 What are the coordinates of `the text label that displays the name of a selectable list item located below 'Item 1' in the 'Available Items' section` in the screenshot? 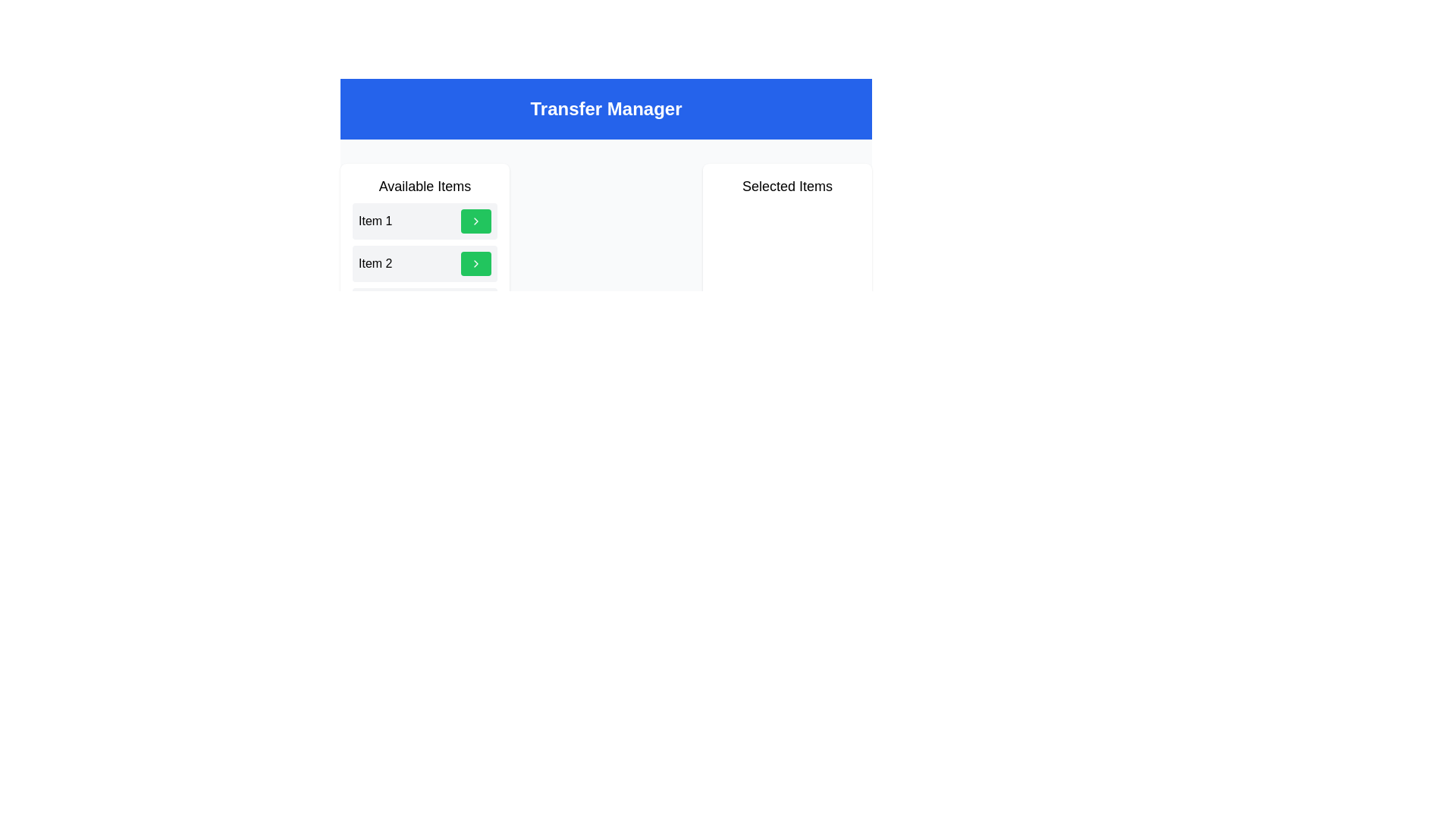 It's located at (375, 262).